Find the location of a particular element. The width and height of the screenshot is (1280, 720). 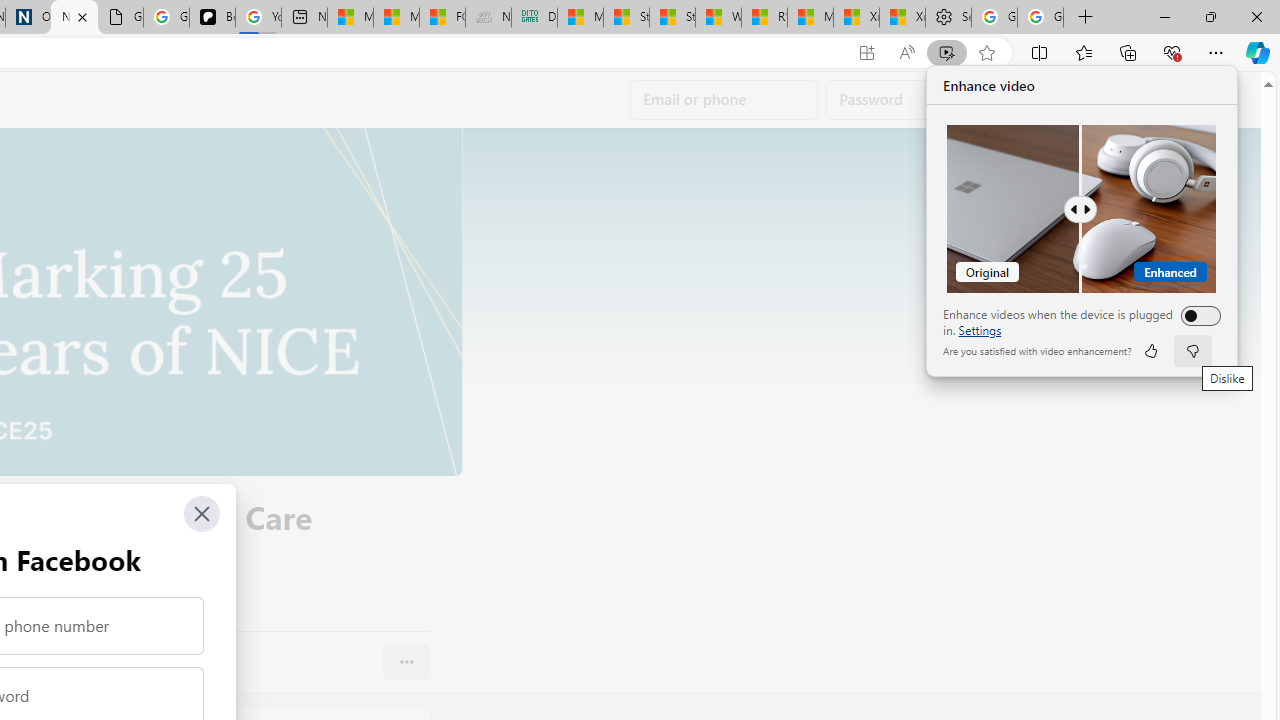

'App available. Install Facebook' is located at coordinates (867, 52).